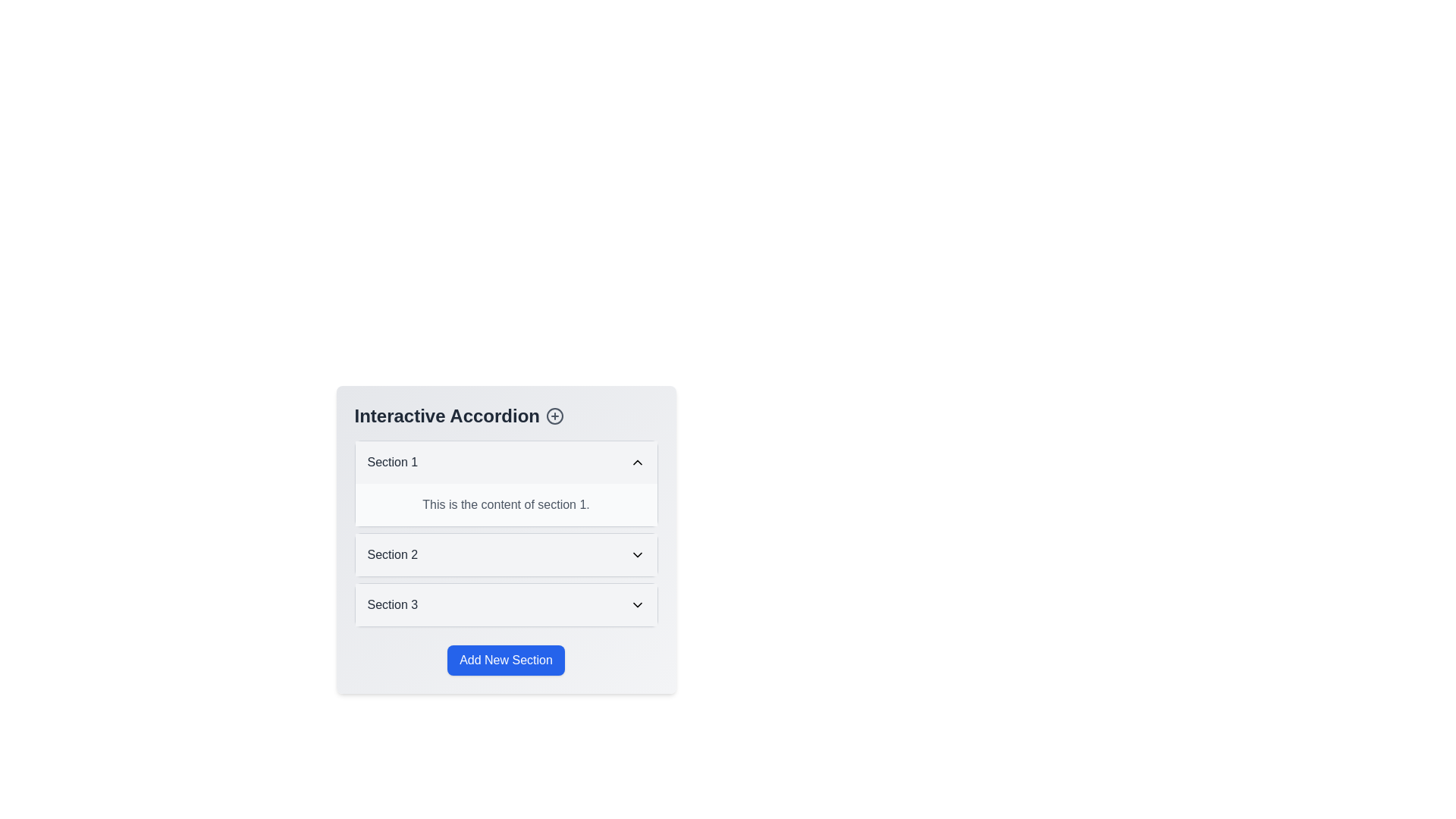 The width and height of the screenshot is (1456, 819). I want to click on the static informational Text label for Section 1 within the accordion interface, which is centrally located in the expandable content area, so click(506, 505).